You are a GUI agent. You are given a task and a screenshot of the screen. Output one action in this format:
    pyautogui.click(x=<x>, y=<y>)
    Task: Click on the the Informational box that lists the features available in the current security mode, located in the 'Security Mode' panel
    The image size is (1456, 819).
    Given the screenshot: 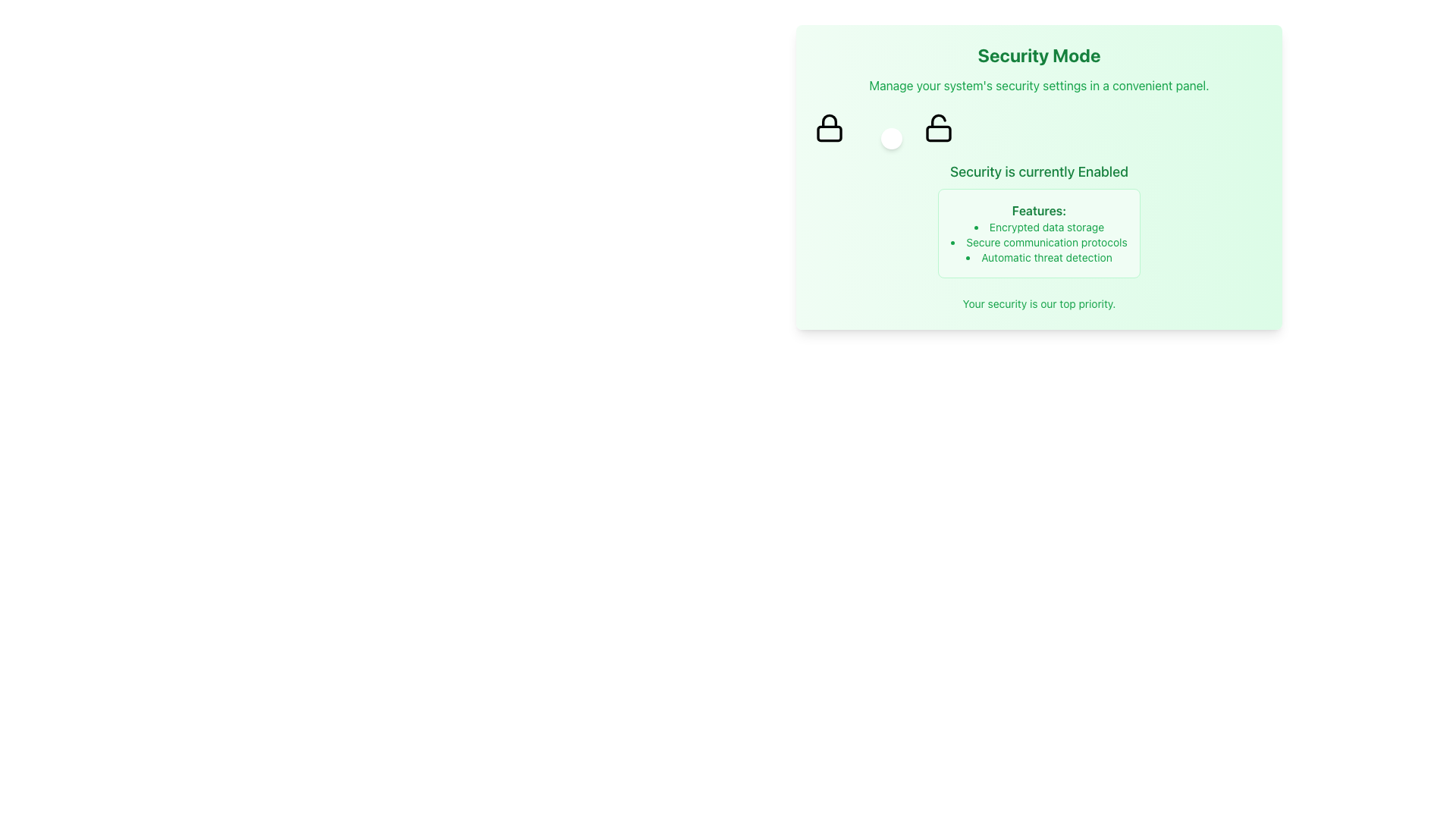 What is the action you would take?
    pyautogui.click(x=1038, y=234)
    